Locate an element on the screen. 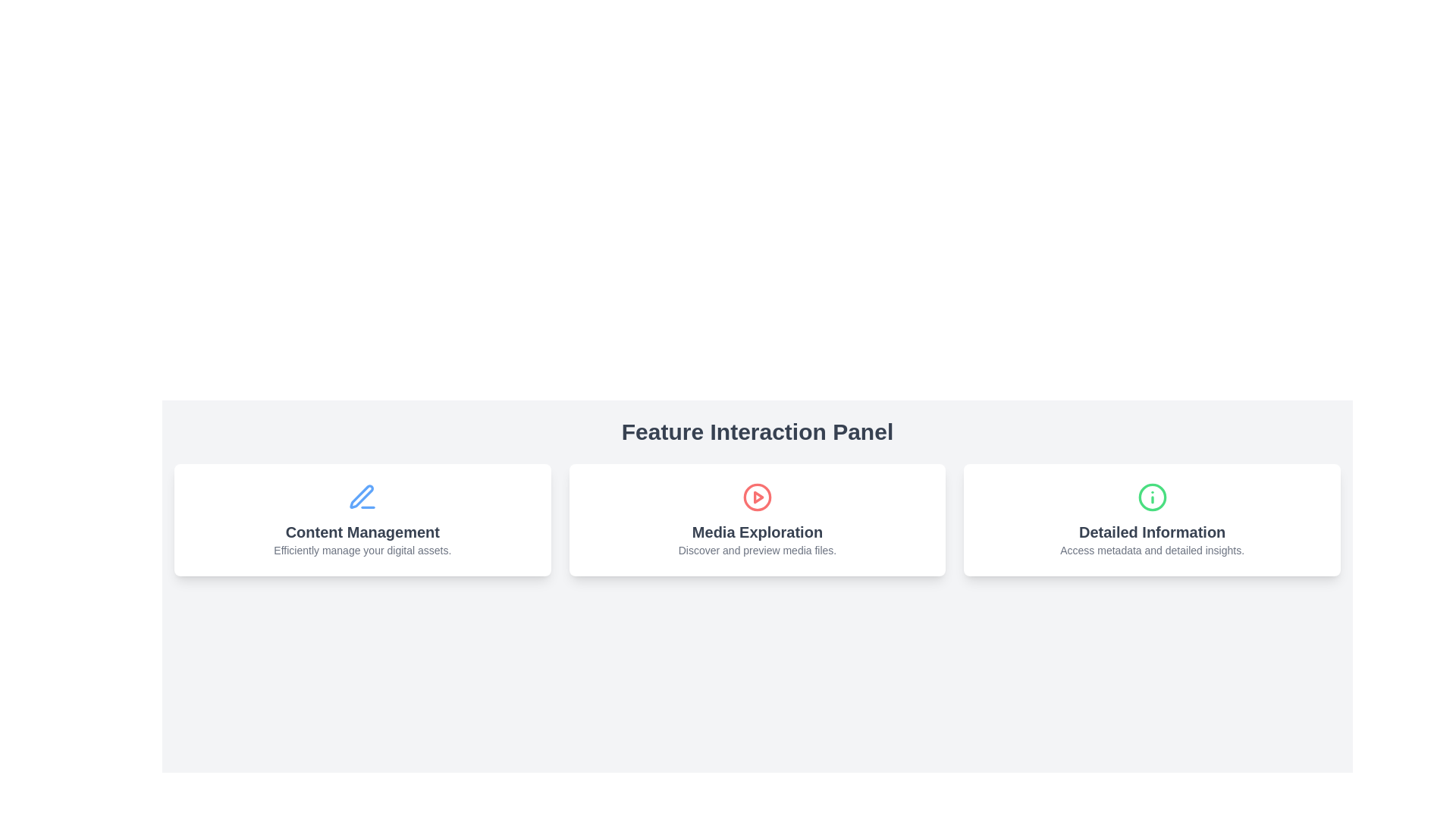 The height and width of the screenshot is (819, 1456). the circular green-outlined icon with an 'i' symbol is located at coordinates (1152, 497).